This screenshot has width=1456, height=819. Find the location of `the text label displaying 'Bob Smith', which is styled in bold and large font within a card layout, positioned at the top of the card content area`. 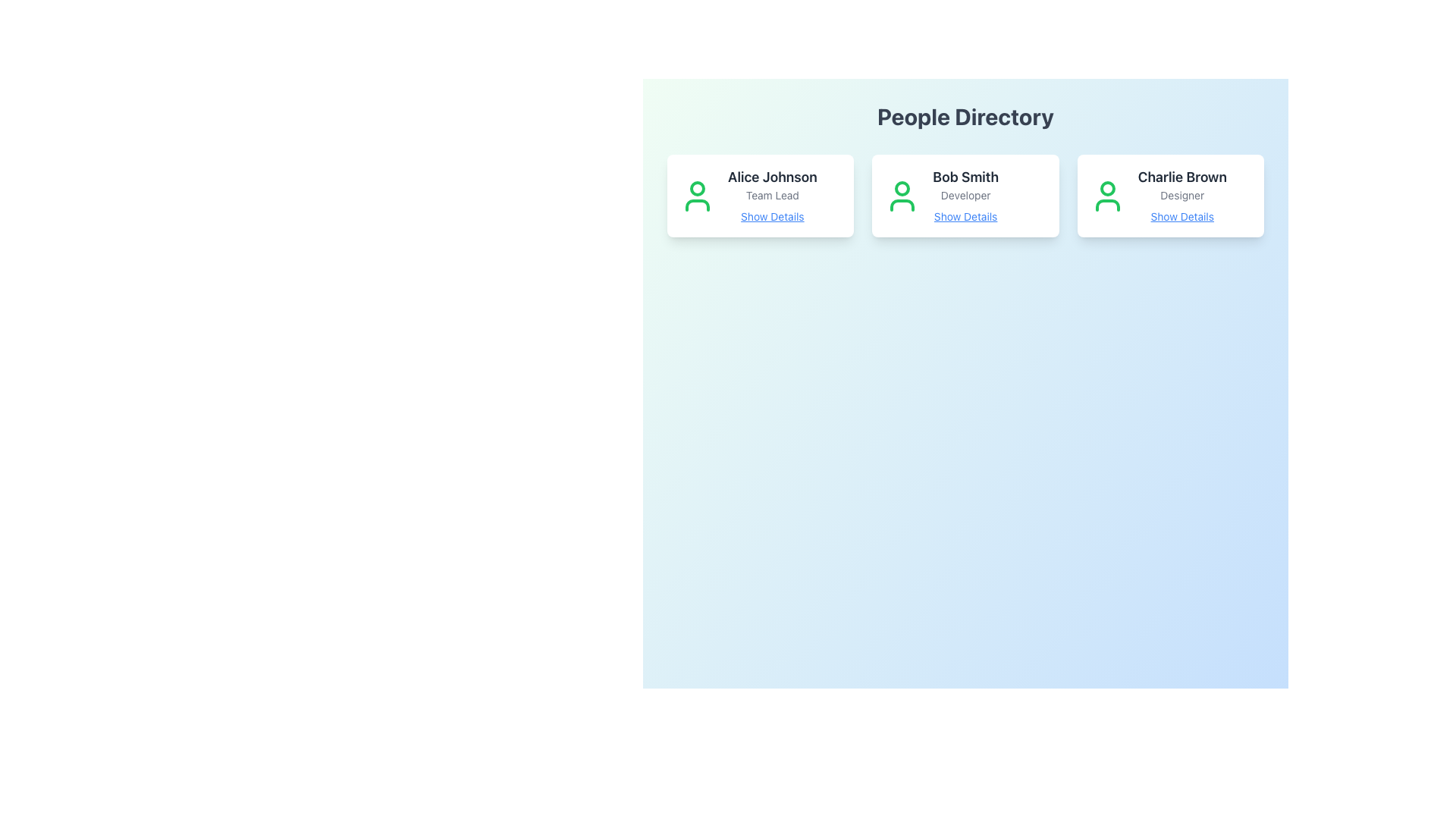

the text label displaying 'Bob Smith', which is styled in bold and large font within a card layout, positioned at the top of the card content area is located at coordinates (965, 177).